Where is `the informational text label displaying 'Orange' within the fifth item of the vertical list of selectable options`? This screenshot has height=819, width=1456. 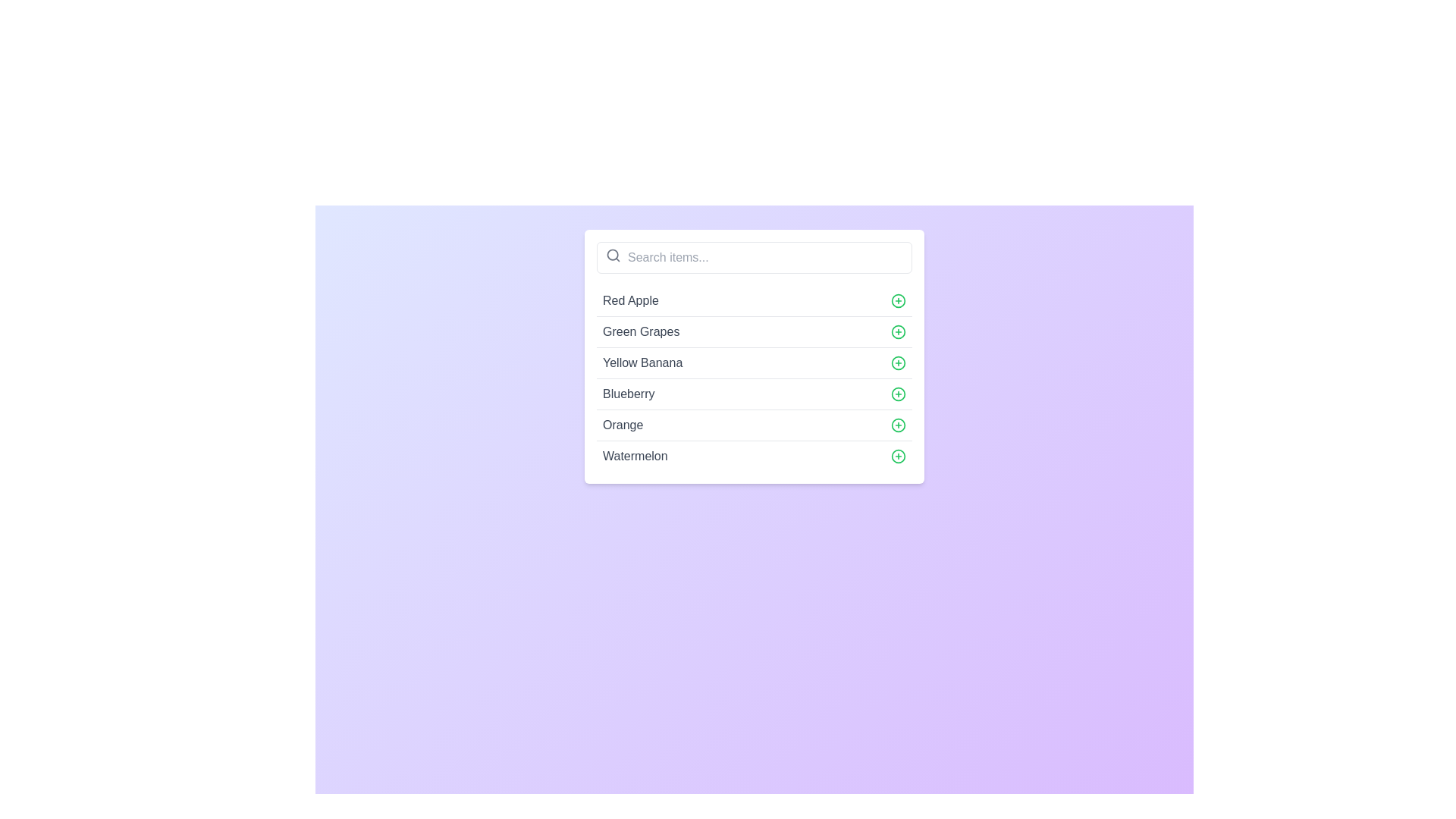
the informational text label displaying 'Orange' within the fifth item of the vertical list of selectable options is located at coordinates (623, 425).